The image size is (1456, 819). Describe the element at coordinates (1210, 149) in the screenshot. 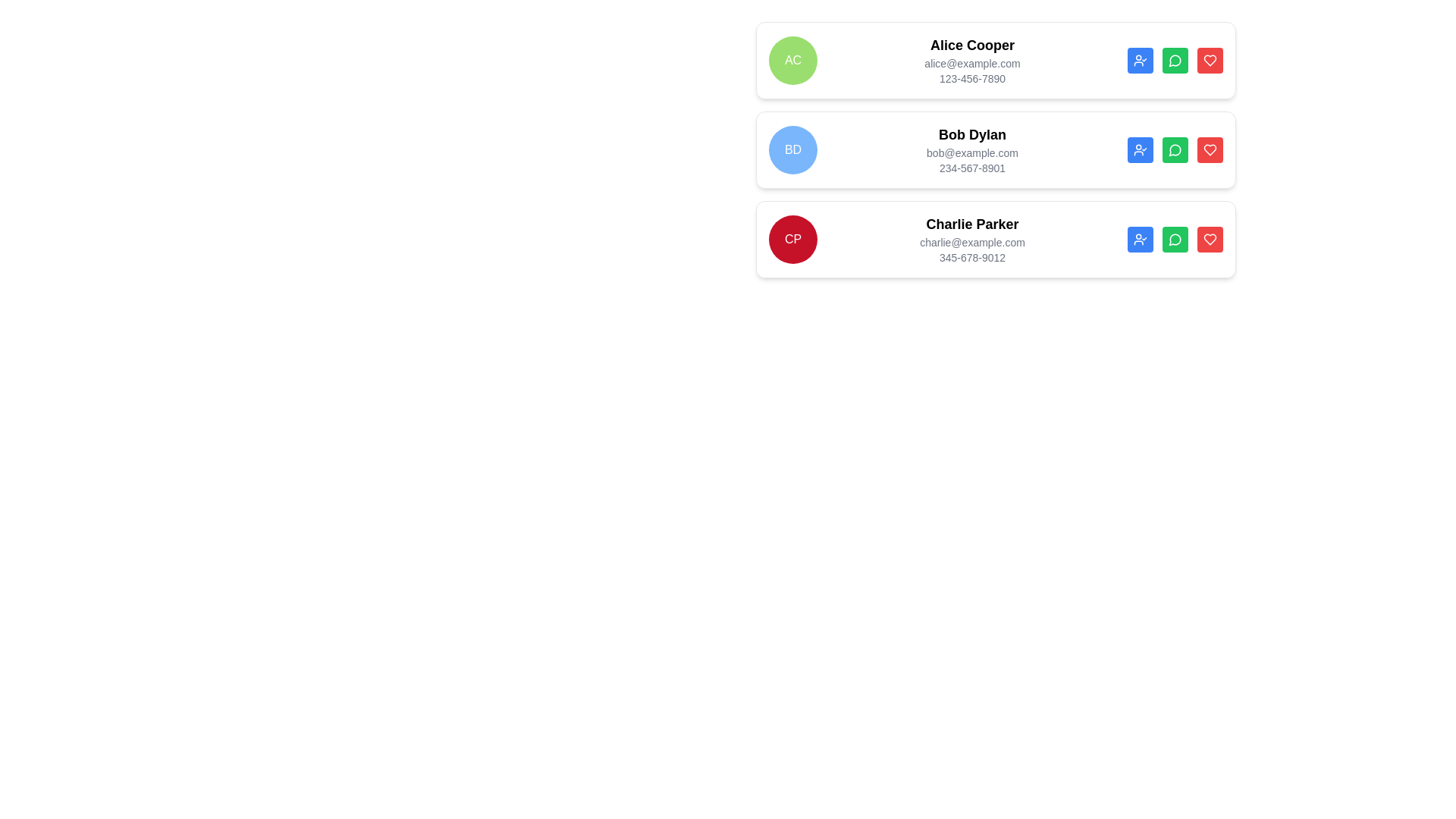

I see `the red rounded button with a heart icon, which is the fourth button in the group aligned horizontally at the far right of Bob Dylan's entry` at that location.